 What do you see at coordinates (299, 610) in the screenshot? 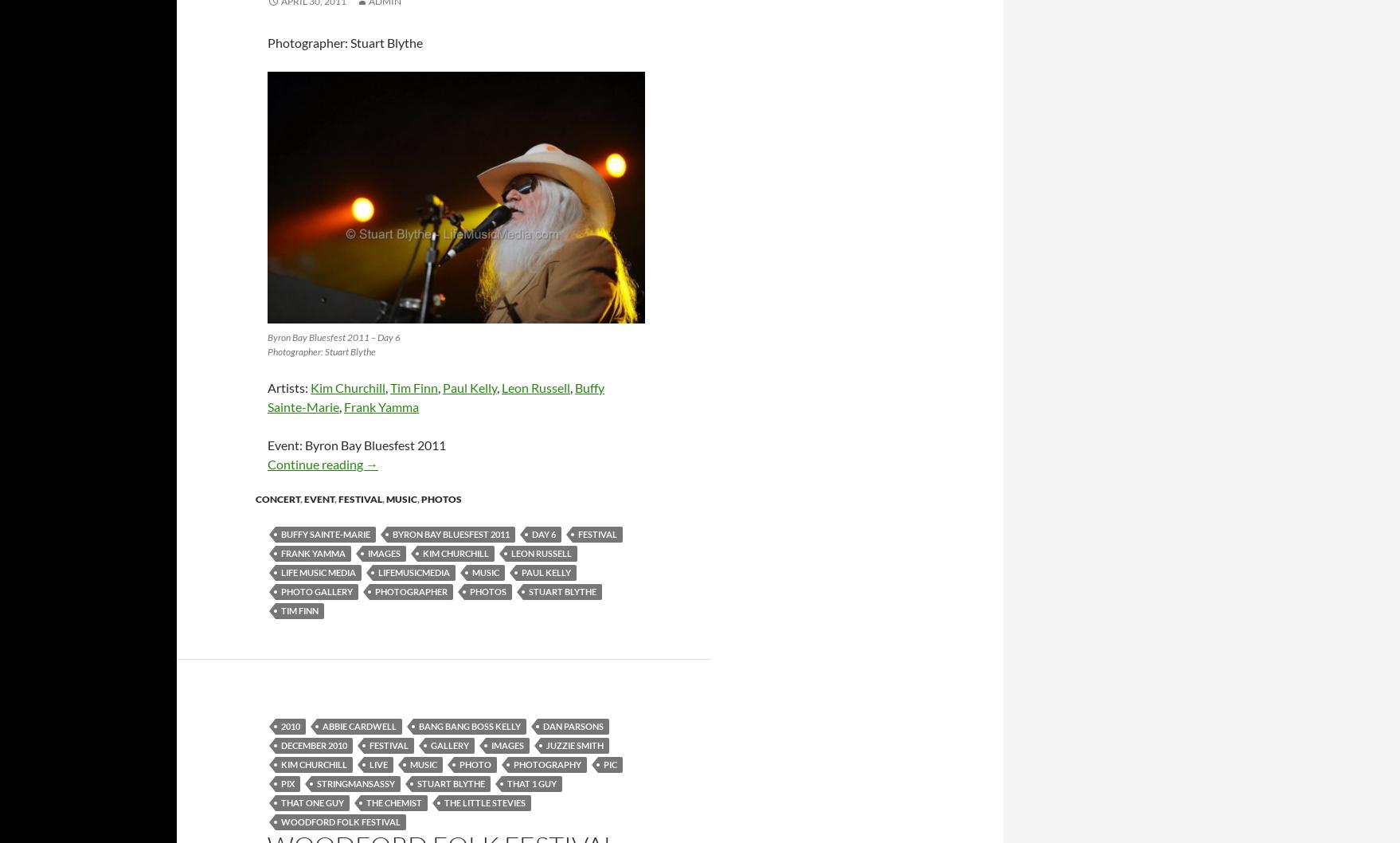
I see `'tim finn'` at bounding box center [299, 610].